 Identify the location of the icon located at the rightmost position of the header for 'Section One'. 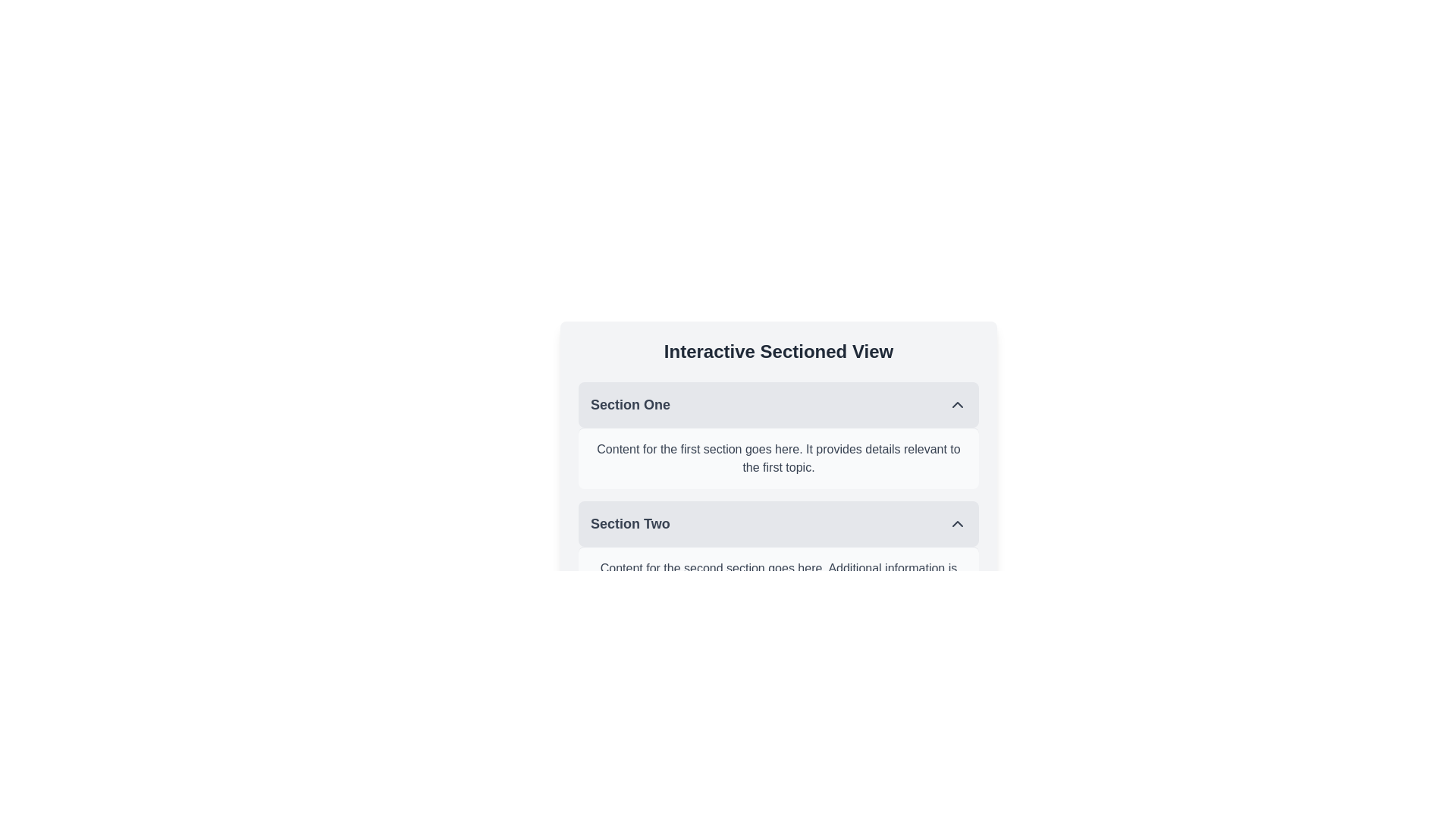
(956, 403).